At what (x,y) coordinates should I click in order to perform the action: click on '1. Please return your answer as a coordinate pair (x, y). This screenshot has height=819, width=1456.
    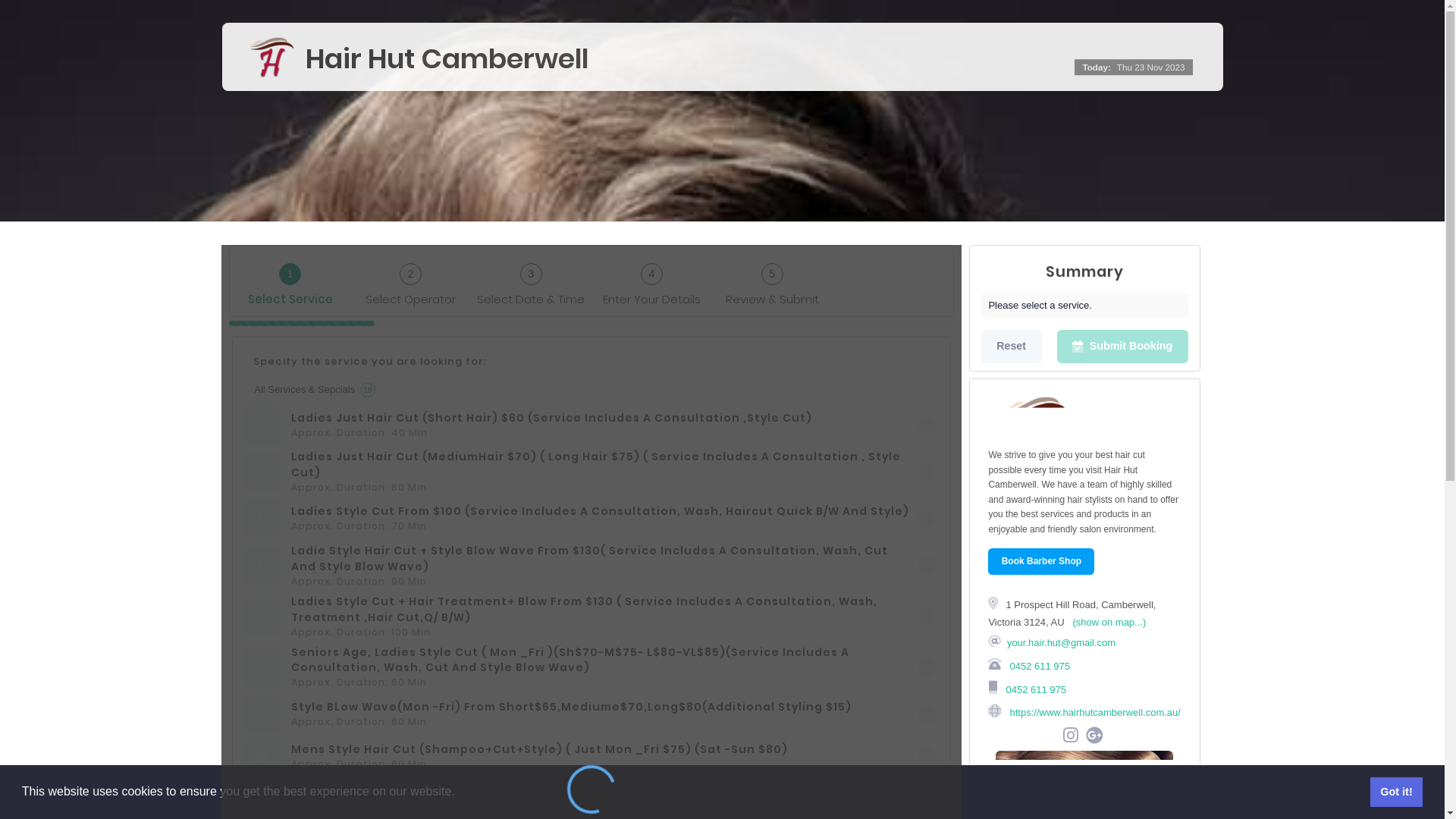
    Looking at the image, I should click on (290, 281).